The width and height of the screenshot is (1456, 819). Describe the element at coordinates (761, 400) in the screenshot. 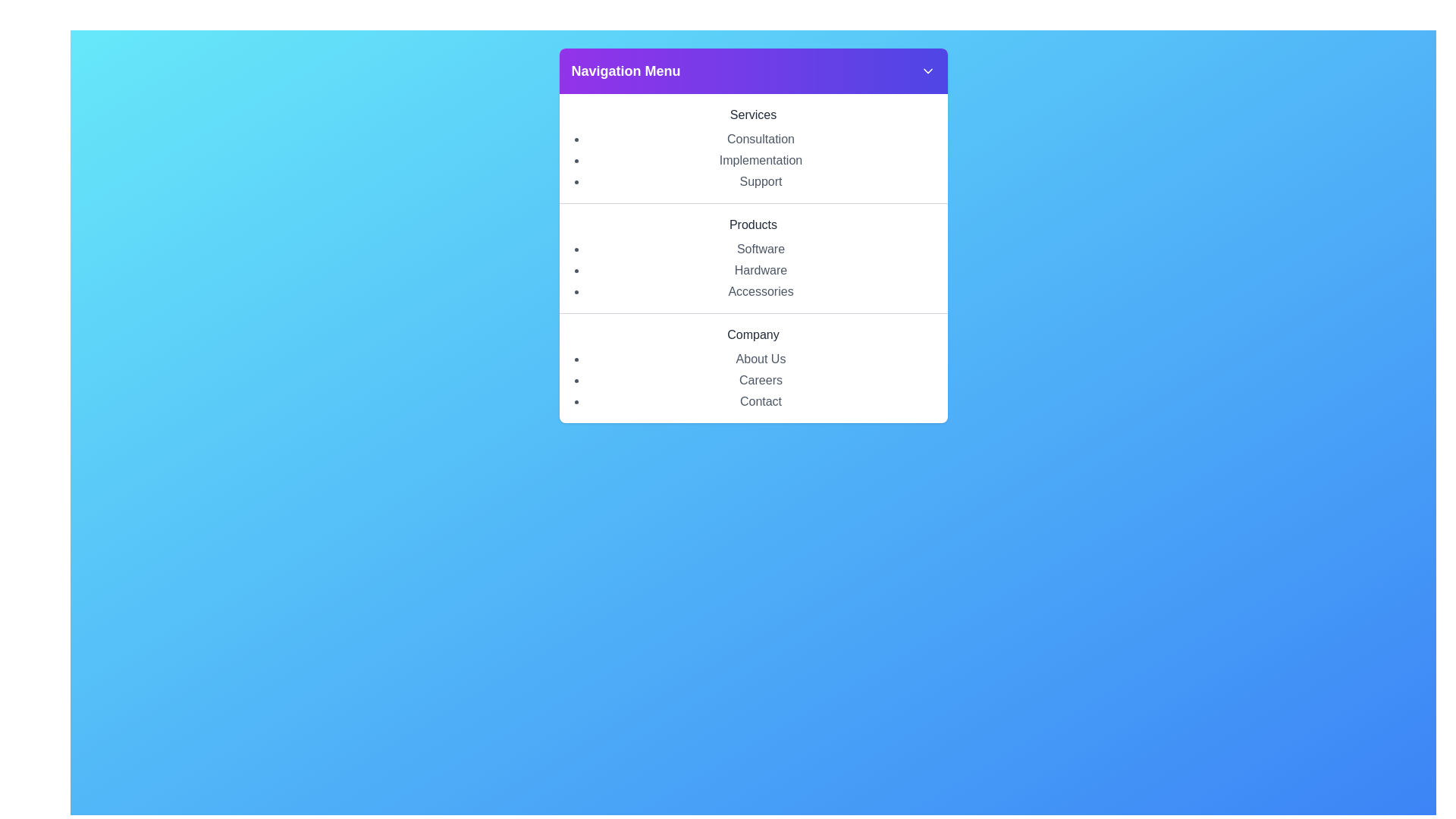

I see `the menu option Contact within the category Company` at that location.